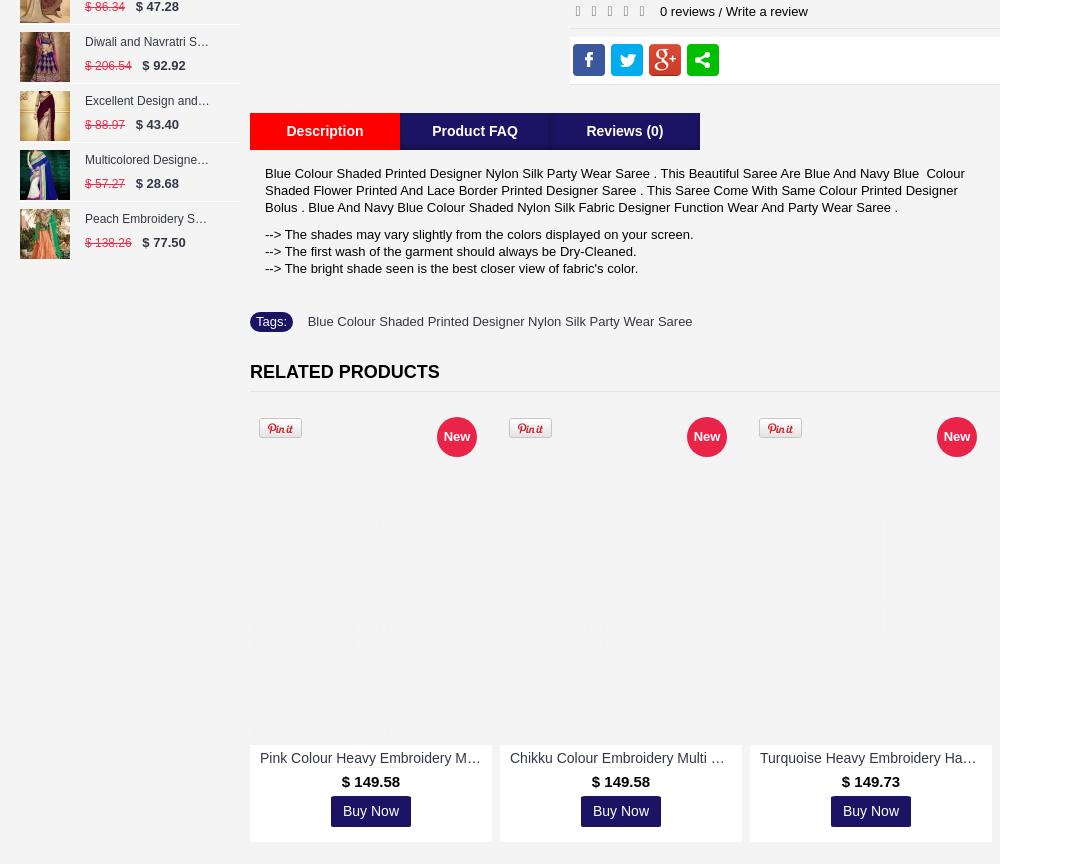 The width and height of the screenshot is (1090, 864). Describe the element at coordinates (624, 129) in the screenshot. I see `'Reviews (0)'` at that location.